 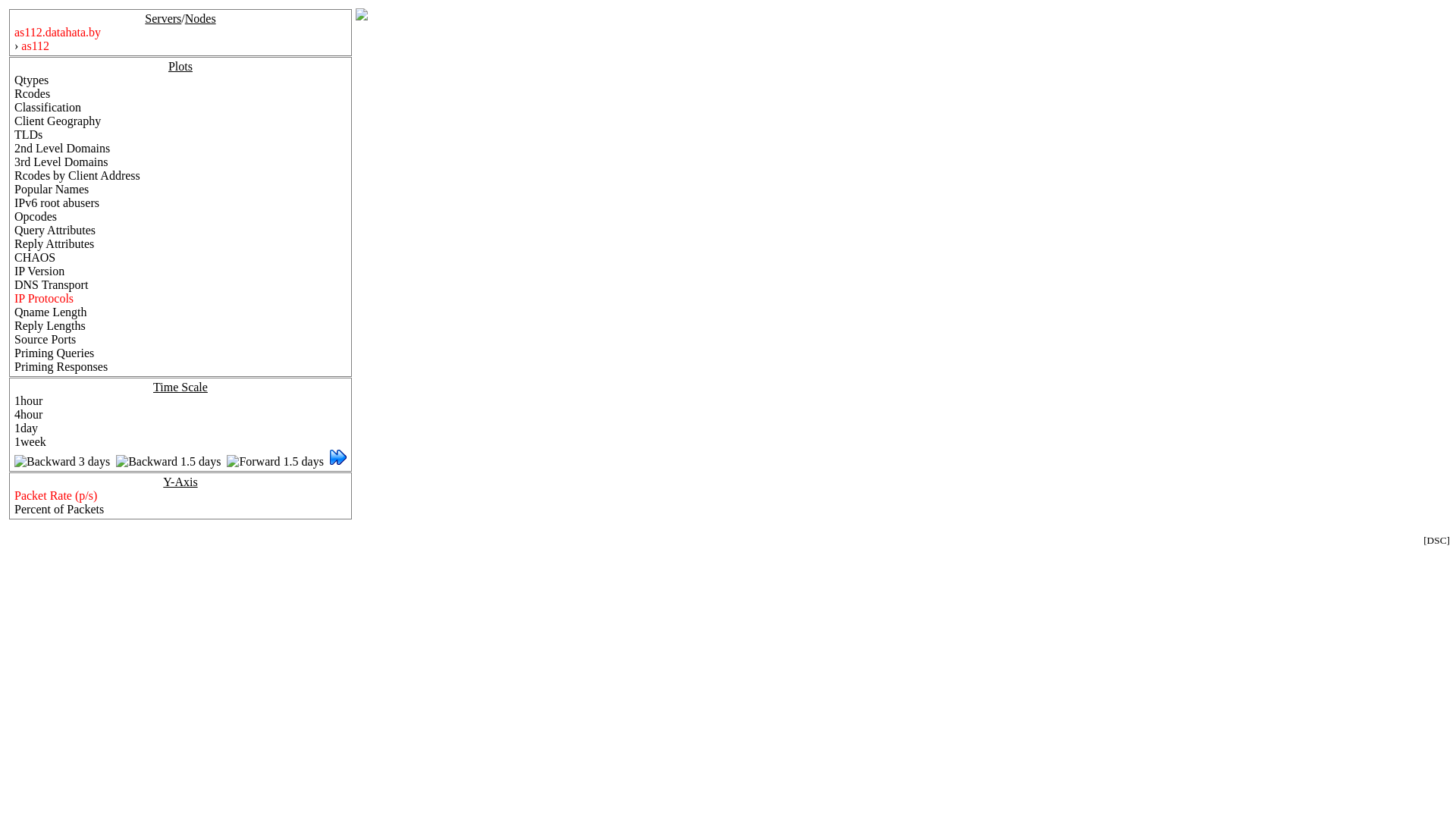 I want to click on 'Priming Queries', so click(x=54, y=353).